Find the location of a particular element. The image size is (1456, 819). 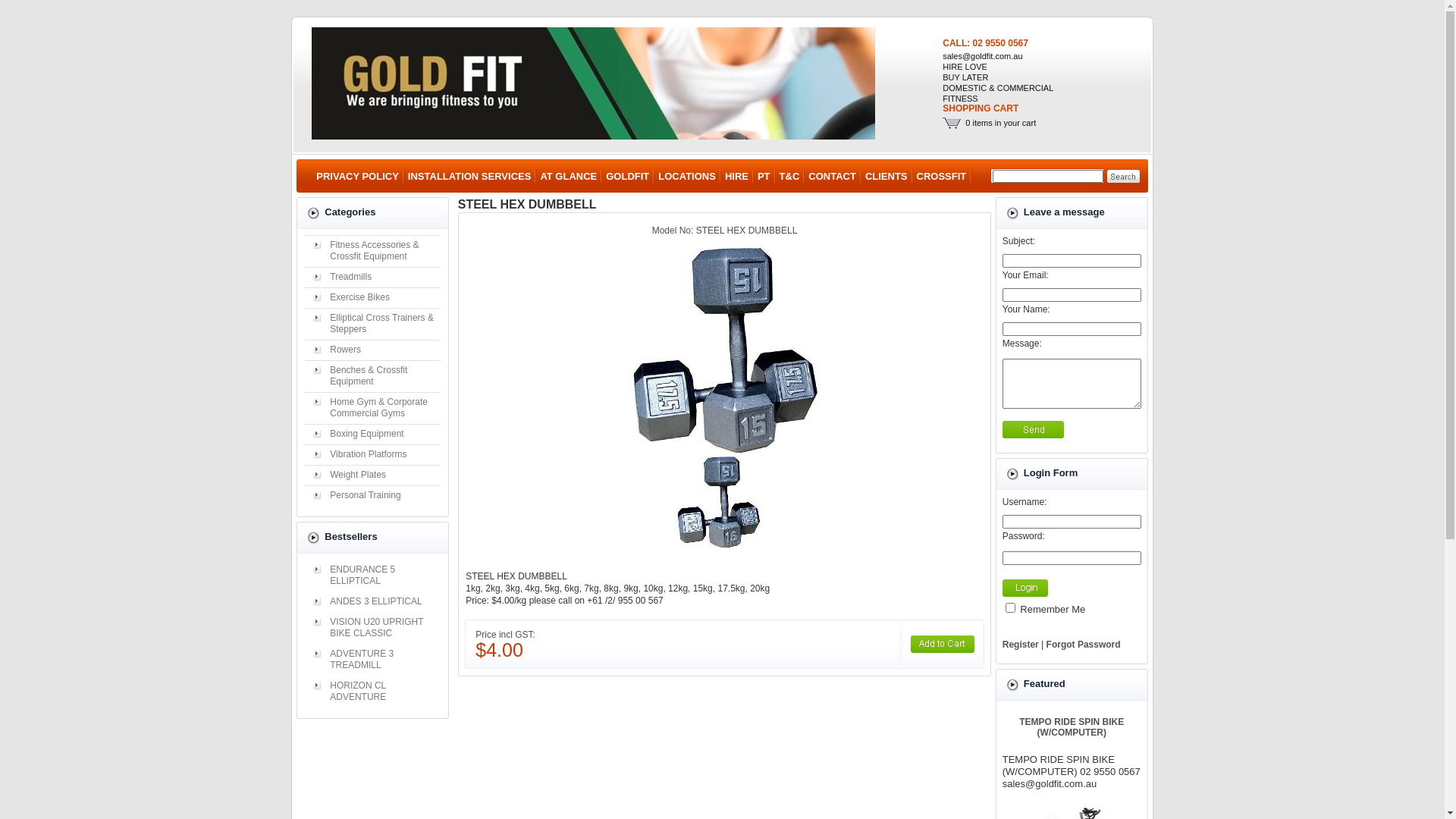

'Send' is located at coordinates (1032, 429).